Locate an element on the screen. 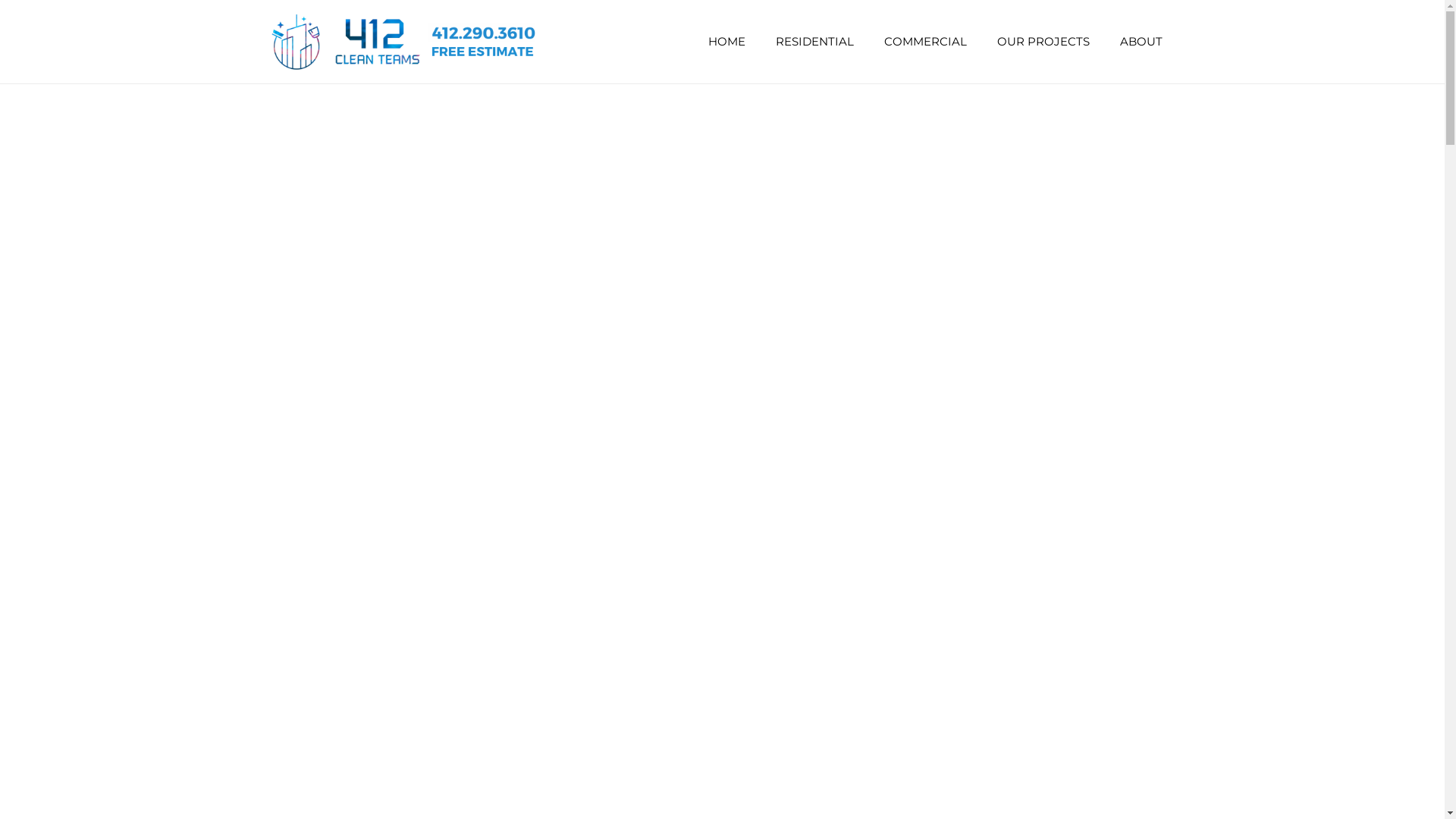  'OUR PROJECTS' is located at coordinates (982, 40).